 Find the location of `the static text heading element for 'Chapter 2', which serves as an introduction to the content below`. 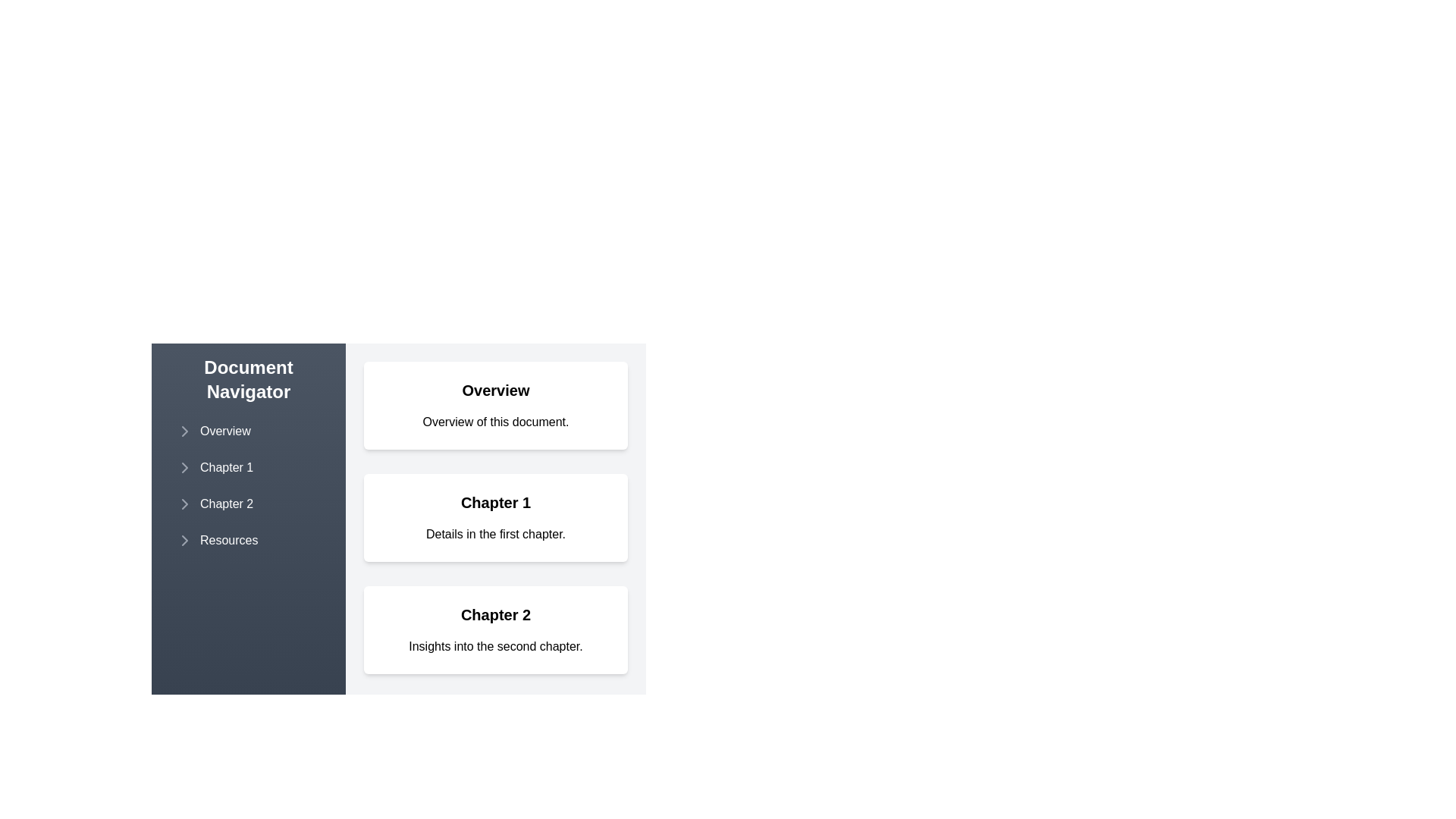

the static text heading element for 'Chapter 2', which serves as an introduction to the content below is located at coordinates (495, 614).